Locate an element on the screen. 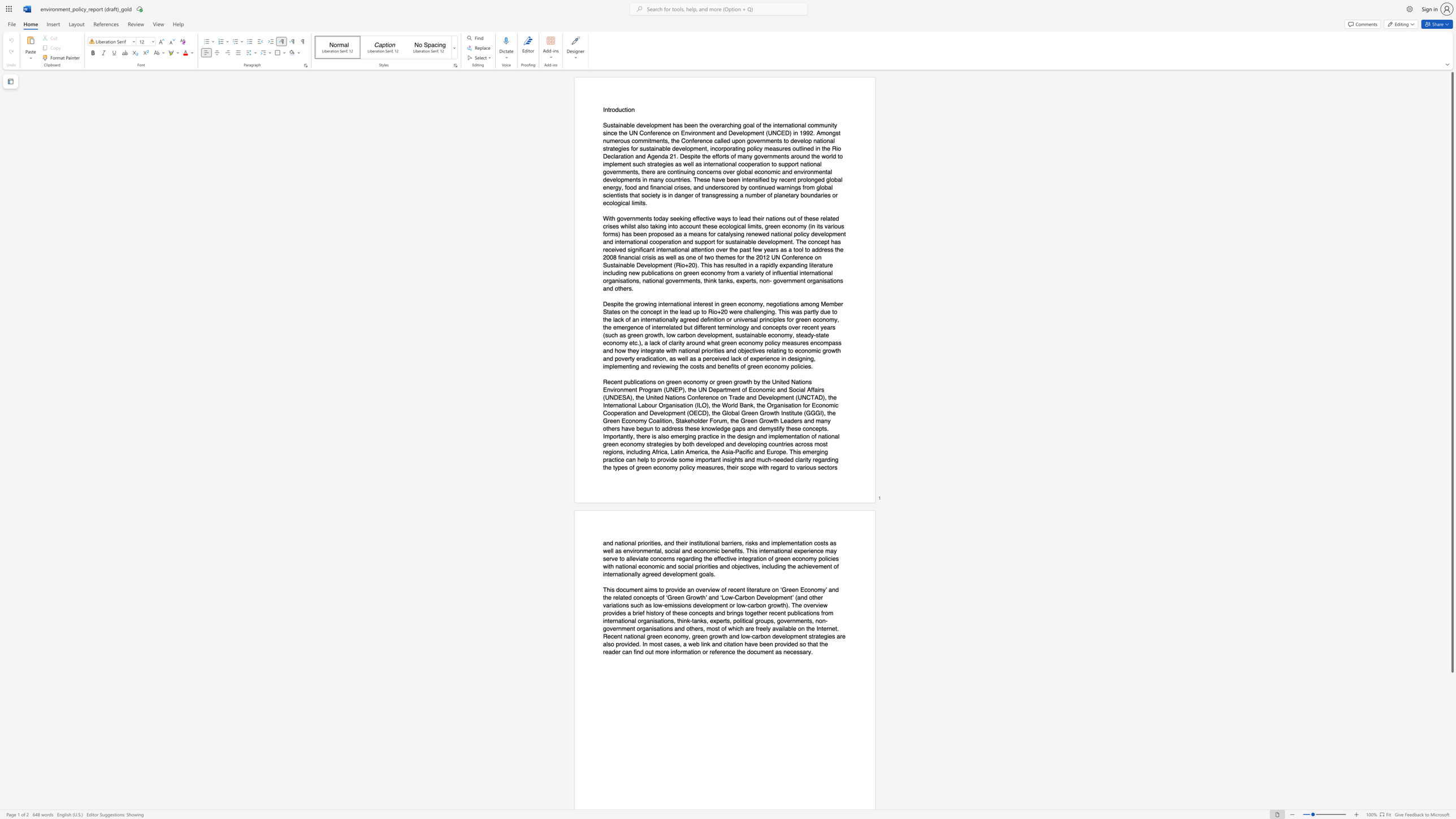 The width and height of the screenshot is (1456, 819). the vertical scrollbar to lower the page content is located at coordinates (1451, 803).